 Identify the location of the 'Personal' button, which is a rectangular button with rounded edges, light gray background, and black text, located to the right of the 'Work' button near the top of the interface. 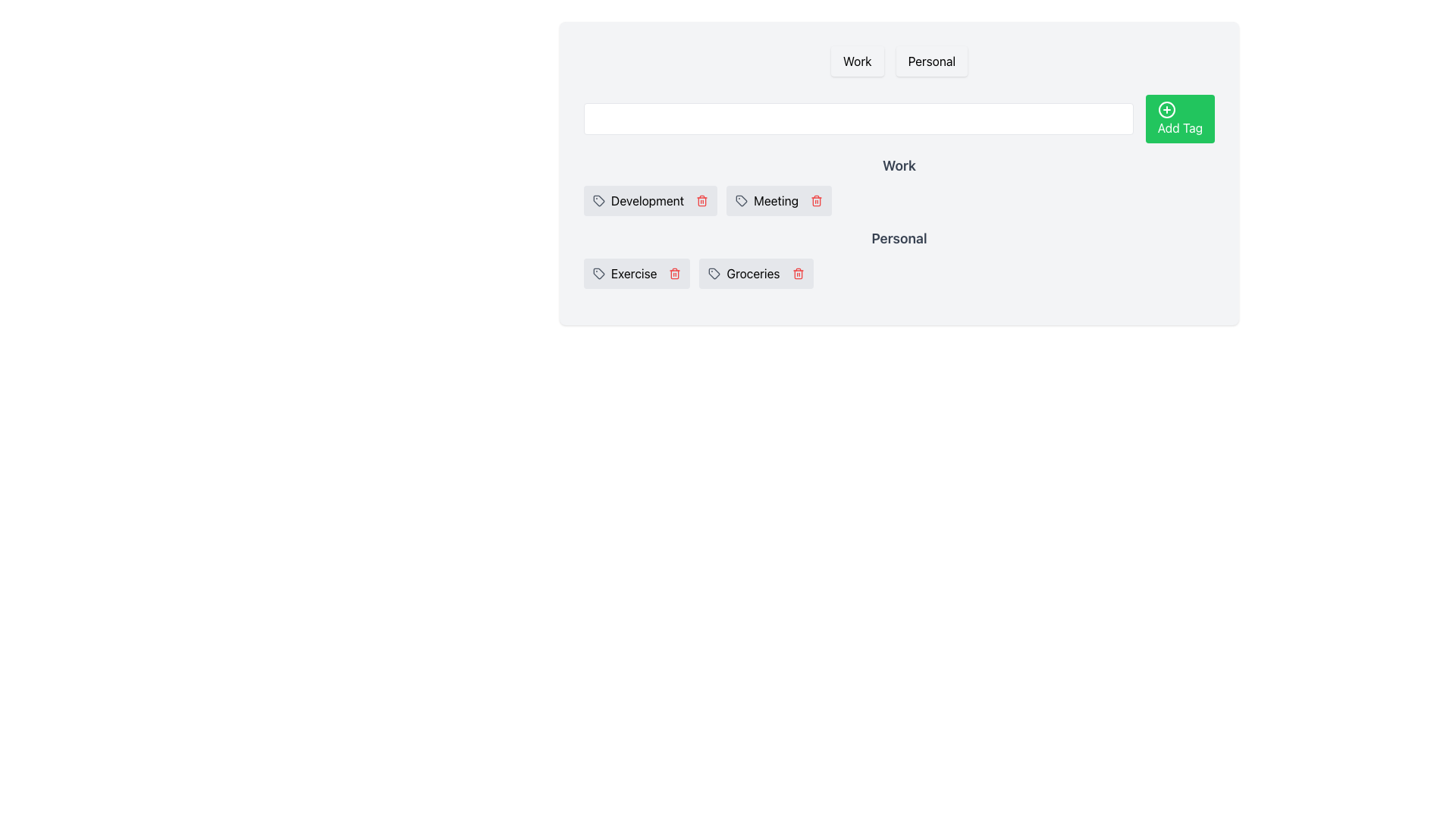
(930, 61).